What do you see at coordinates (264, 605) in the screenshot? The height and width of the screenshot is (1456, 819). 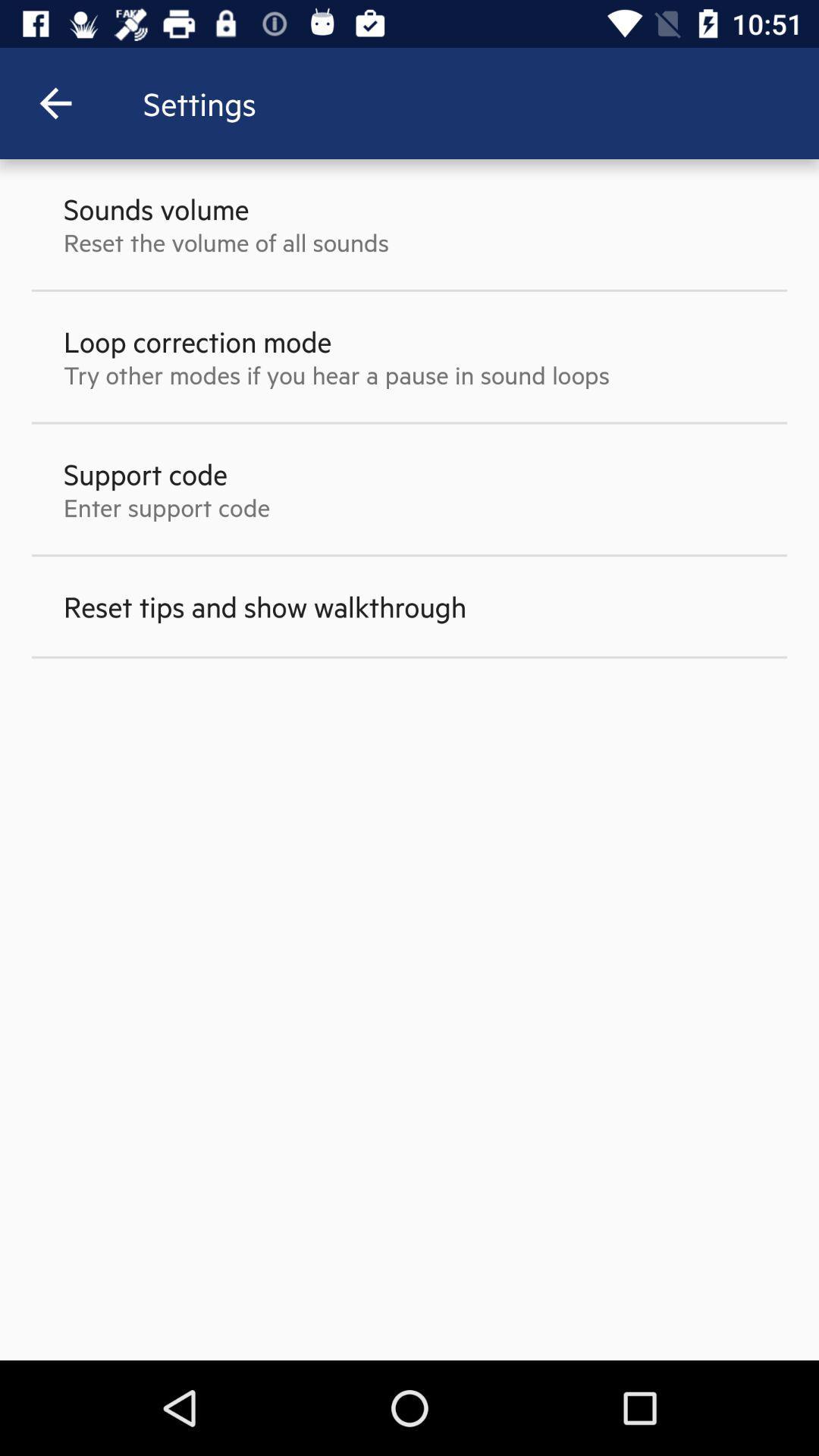 I see `reset tips and icon` at bounding box center [264, 605].